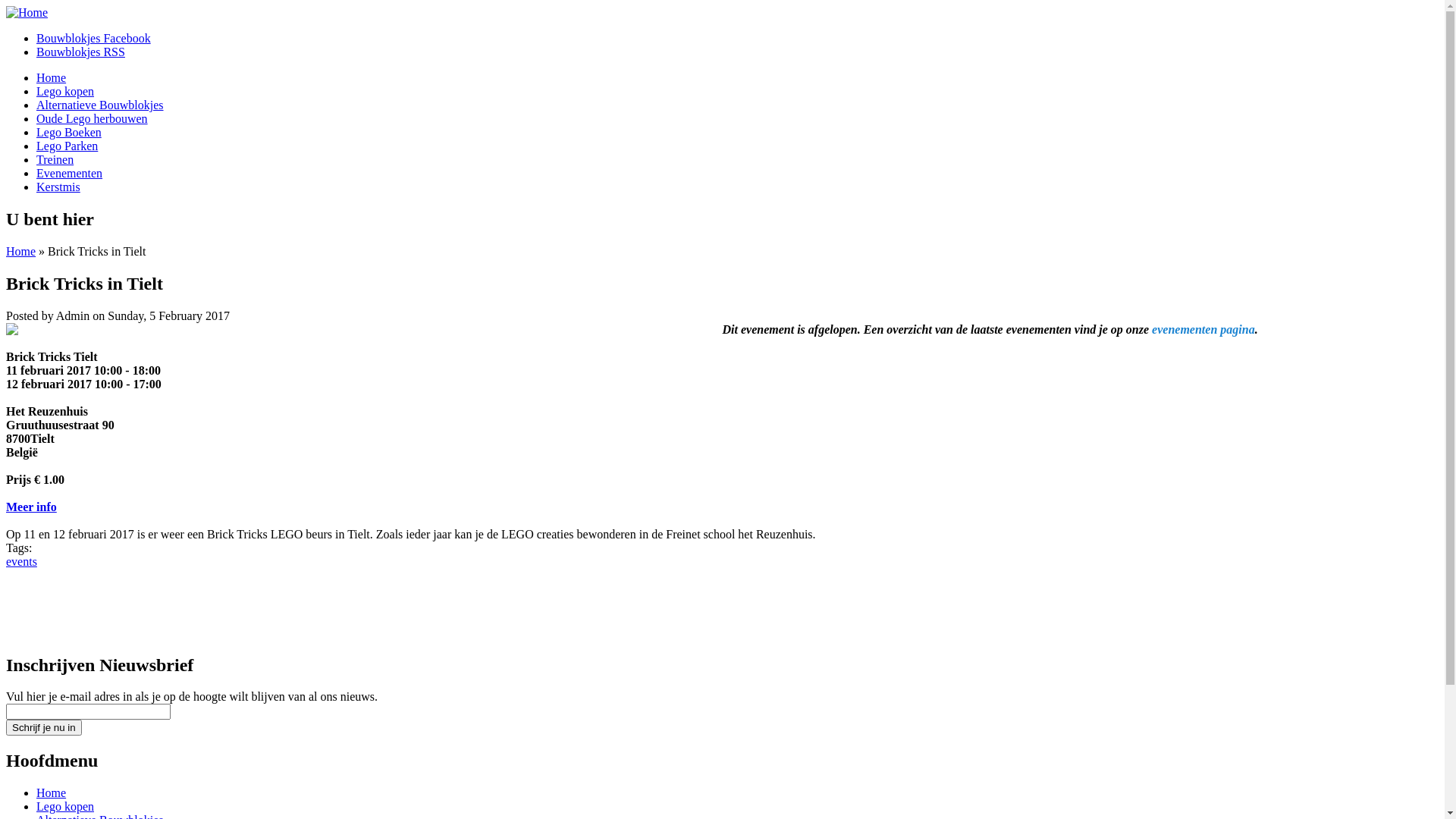  Describe the element at coordinates (91, 118) in the screenshot. I see `'Oude Lego herbouwen'` at that location.